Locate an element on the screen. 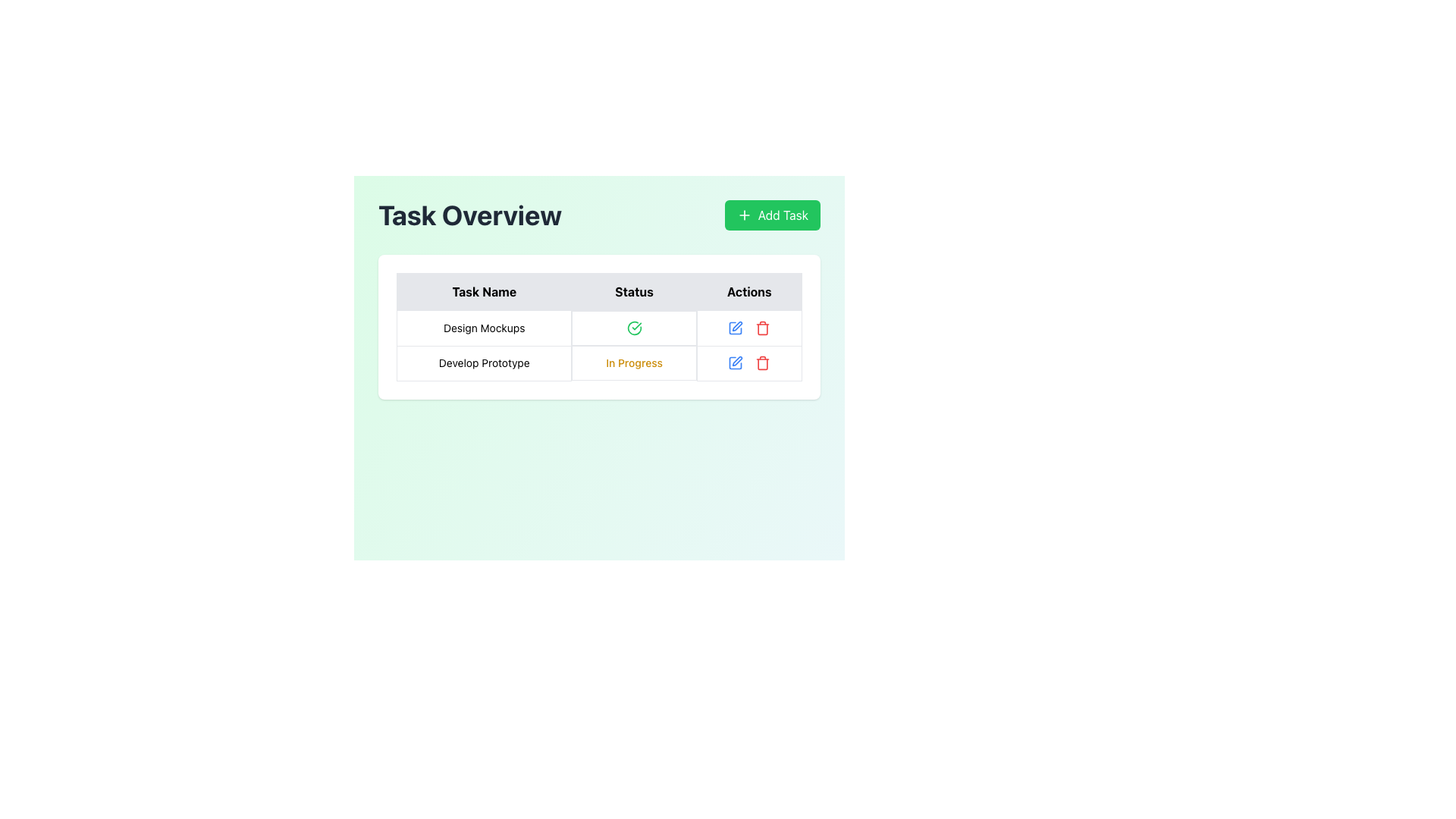  the Table Header Cell, which is the first column header of the table providing labels for task names, located at the leftmost side of the table is located at coordinates (483, 292).